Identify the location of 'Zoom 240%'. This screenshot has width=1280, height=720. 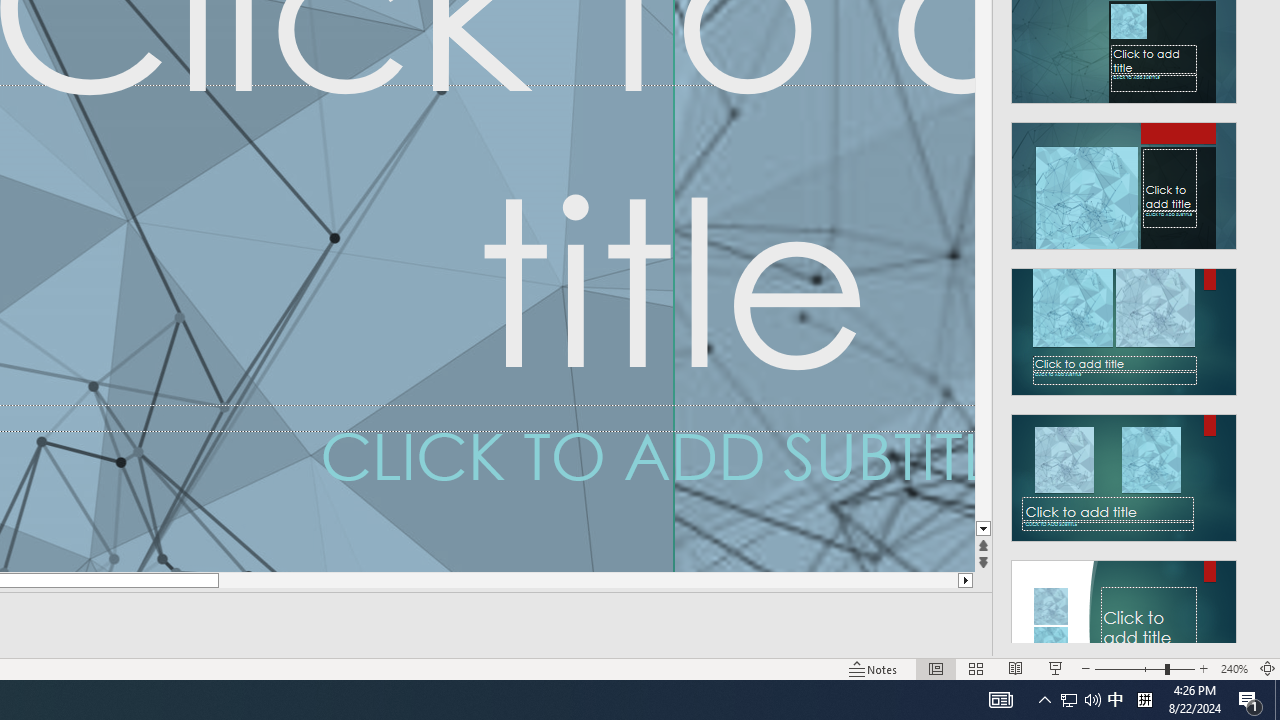
(1233, 669).